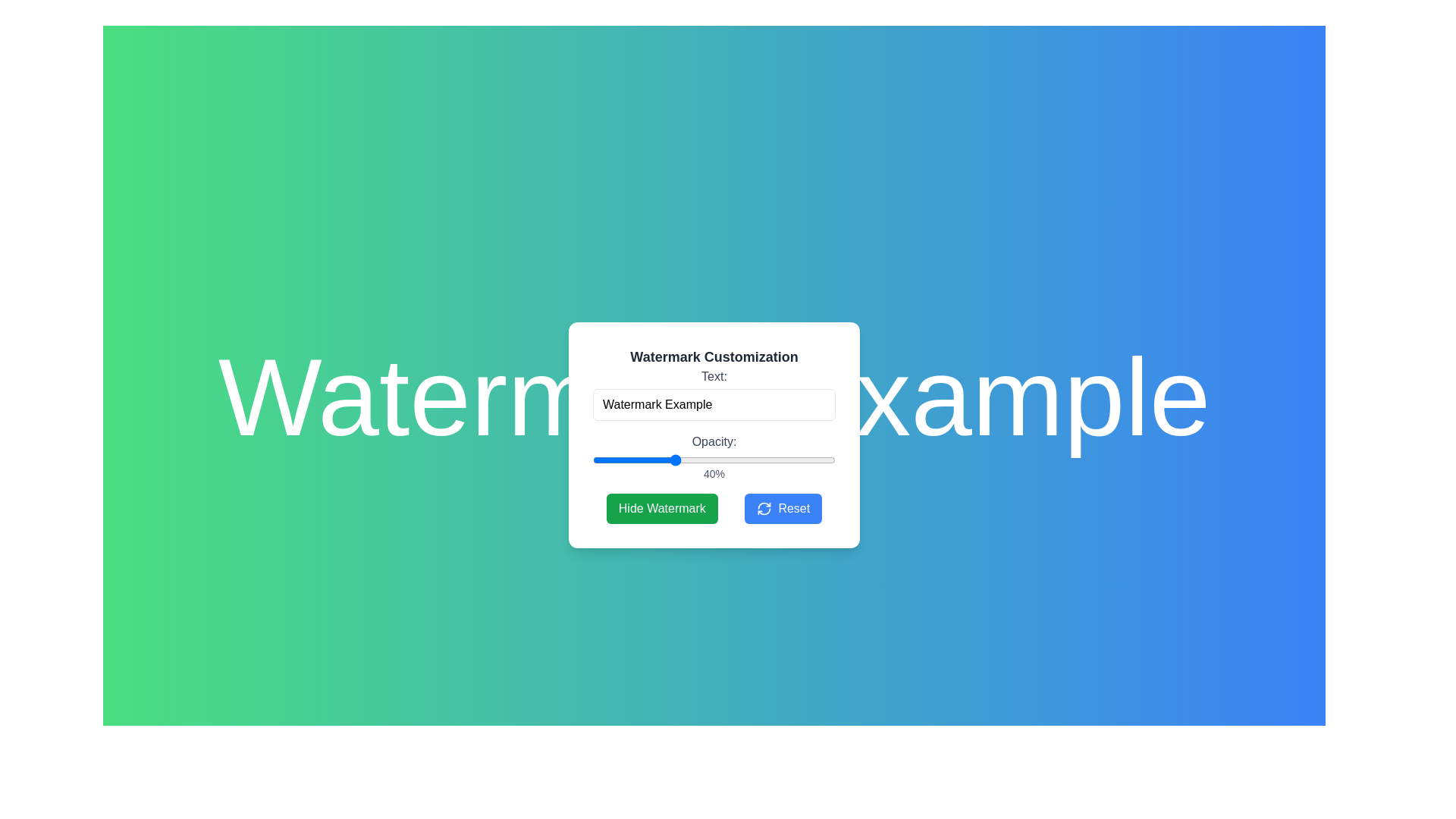 The width and height of the screenshot is (1456, 819). I want to click on opacity, so click(633, 459).